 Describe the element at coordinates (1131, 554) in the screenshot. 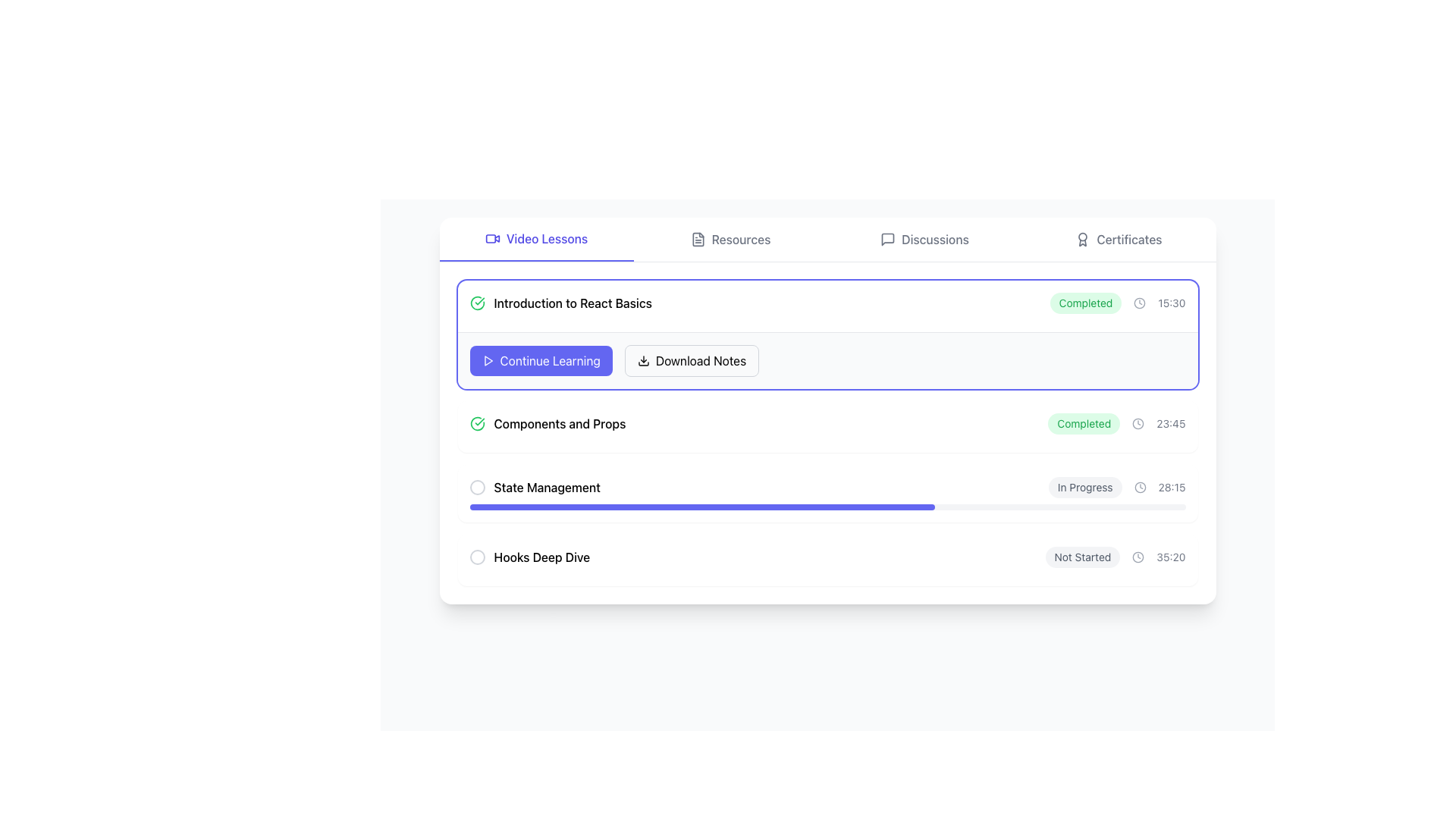

I see `the circular element at a specified angle 172 (in degrees) from the positive x-axis` at that location.